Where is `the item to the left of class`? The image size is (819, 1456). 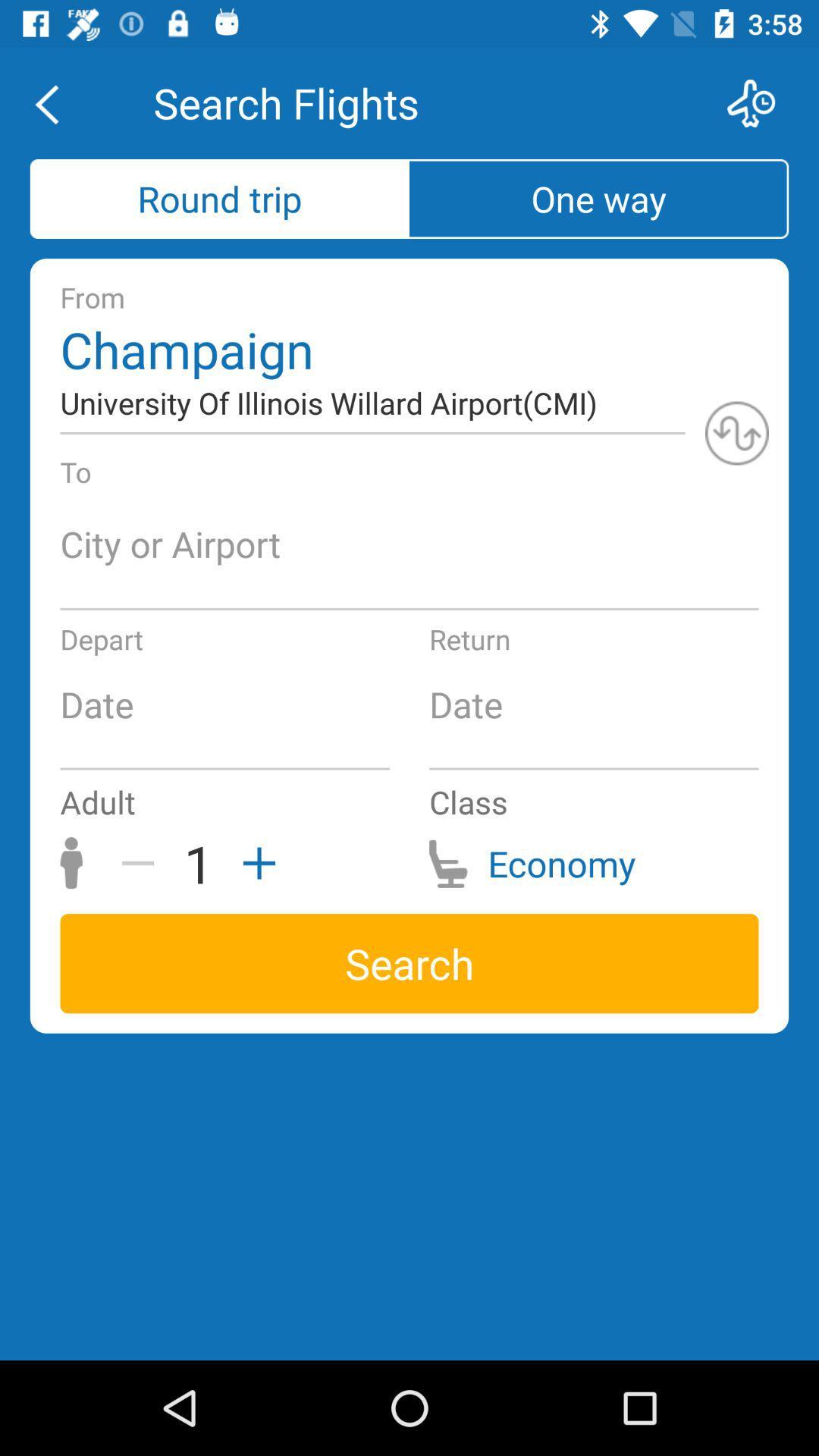 the item to the left of class is located at coordinates (253, 863).